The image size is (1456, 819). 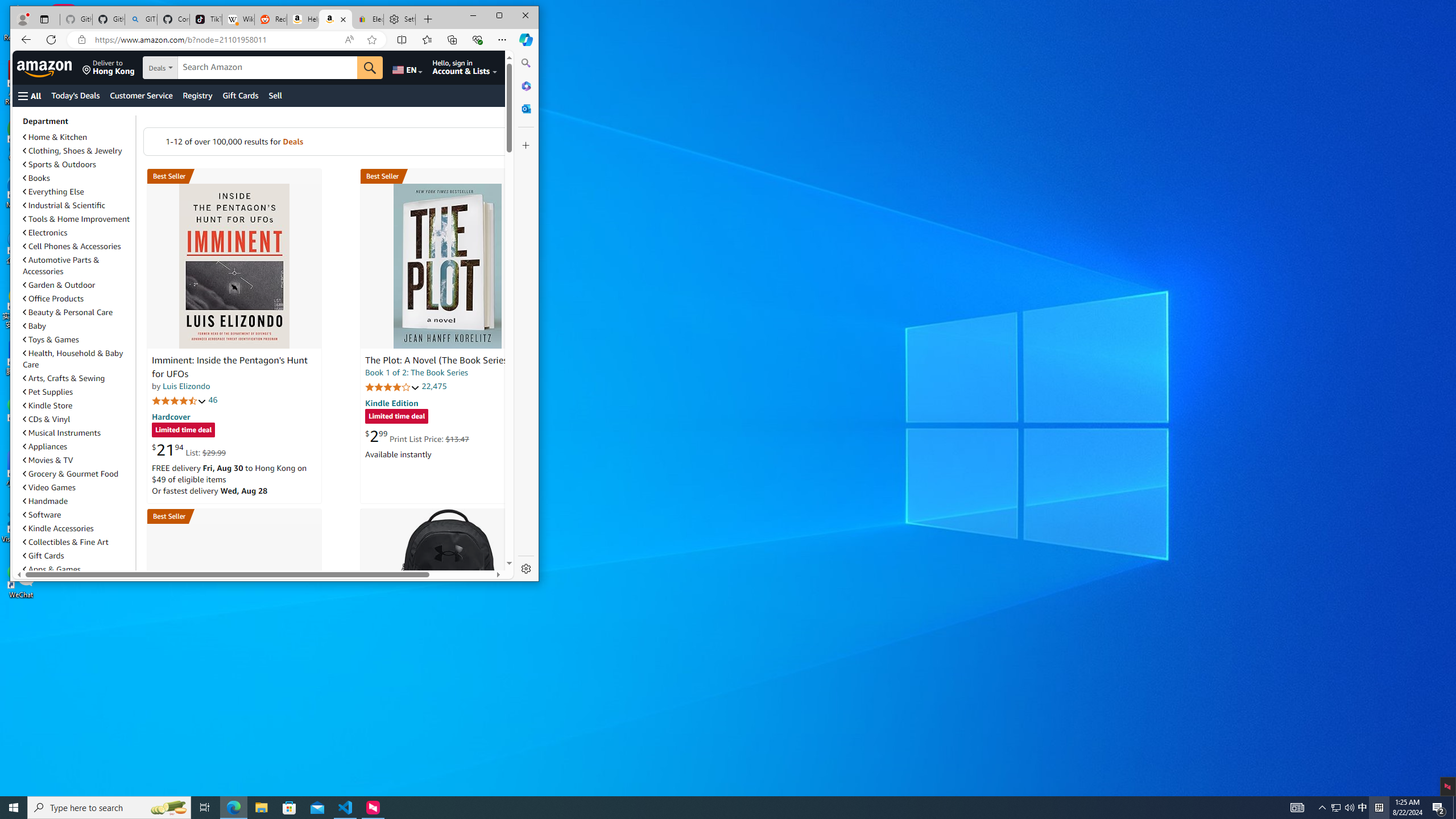 I want to click on 'Choose a language for shopping.', so click(x=406, y=67).